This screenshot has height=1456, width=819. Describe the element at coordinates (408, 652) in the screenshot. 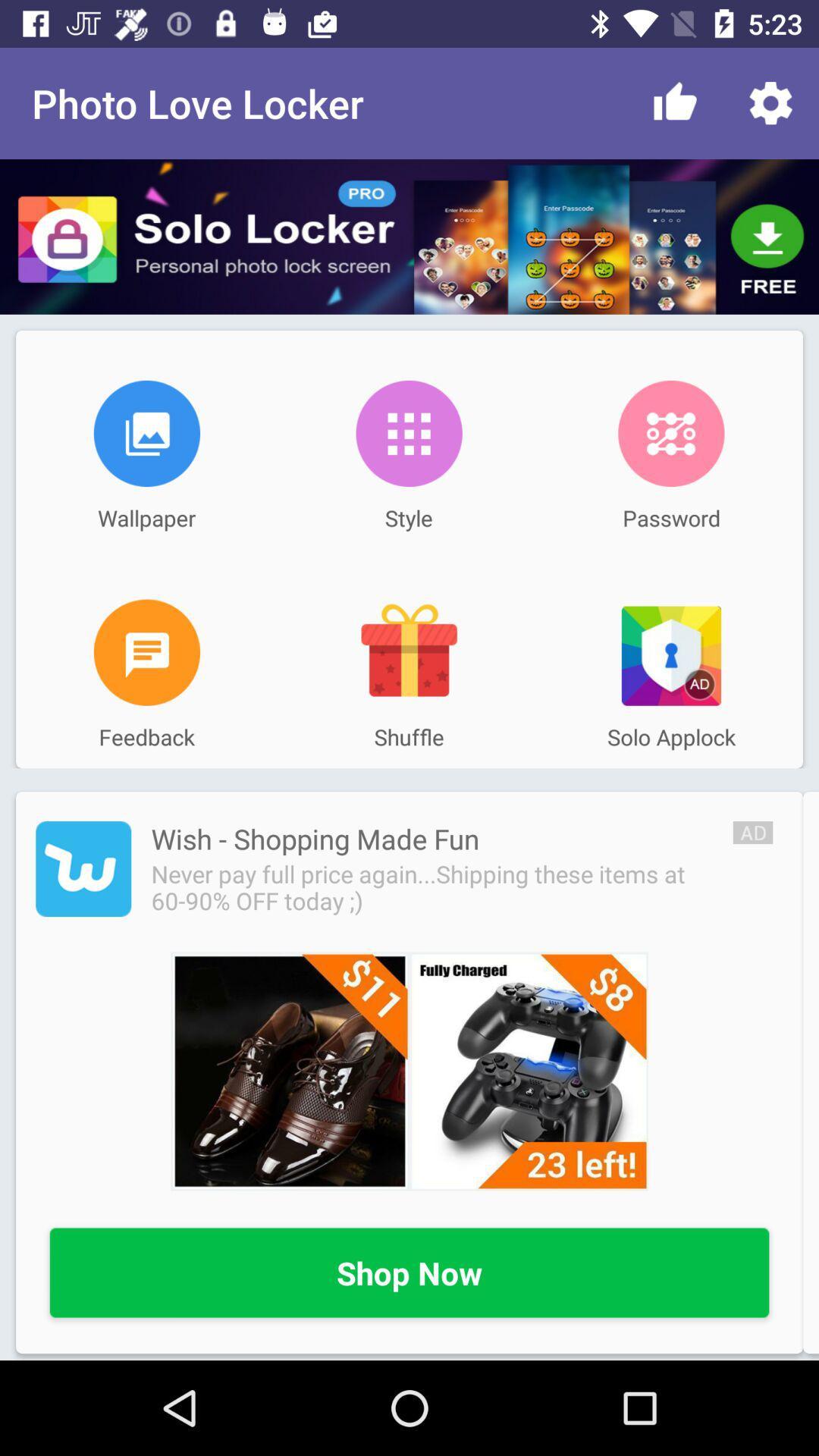

I see `icon to the right of the feedback icon` at that location.